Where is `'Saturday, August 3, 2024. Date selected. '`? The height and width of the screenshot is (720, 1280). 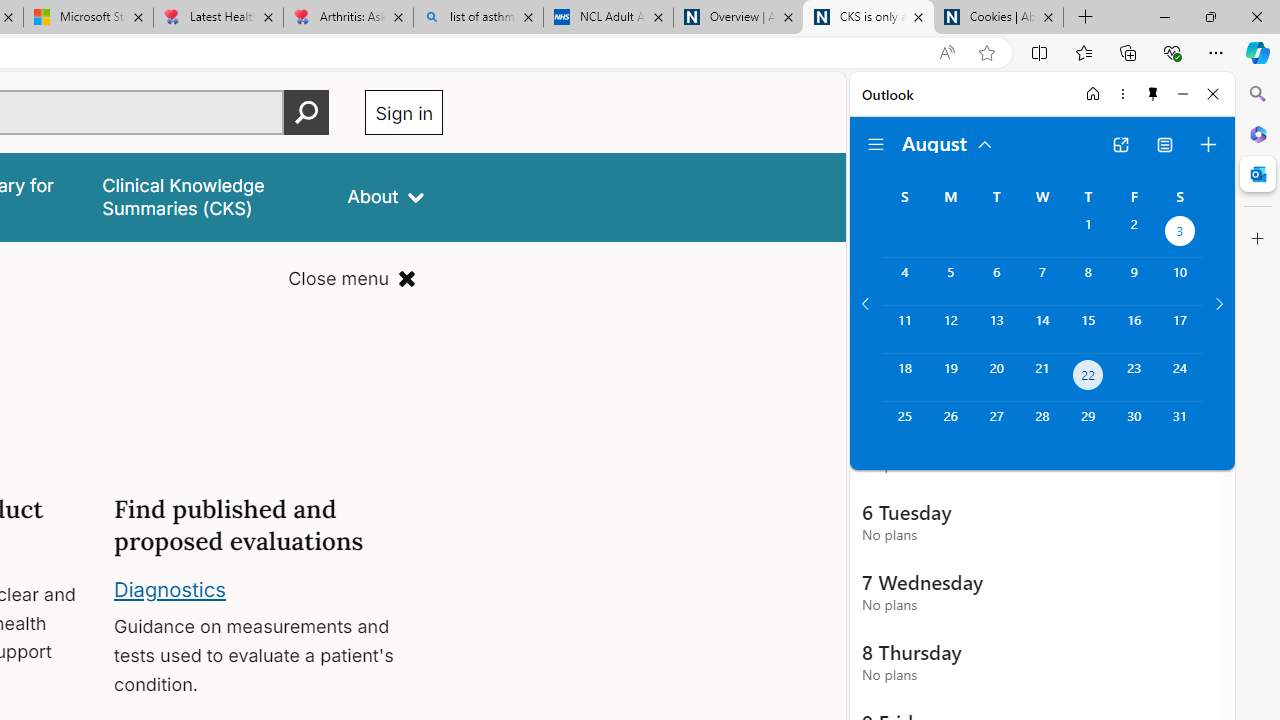 'Saturday, August 3, 2024. Date selected. ' is located at coordinates (1180, 232).